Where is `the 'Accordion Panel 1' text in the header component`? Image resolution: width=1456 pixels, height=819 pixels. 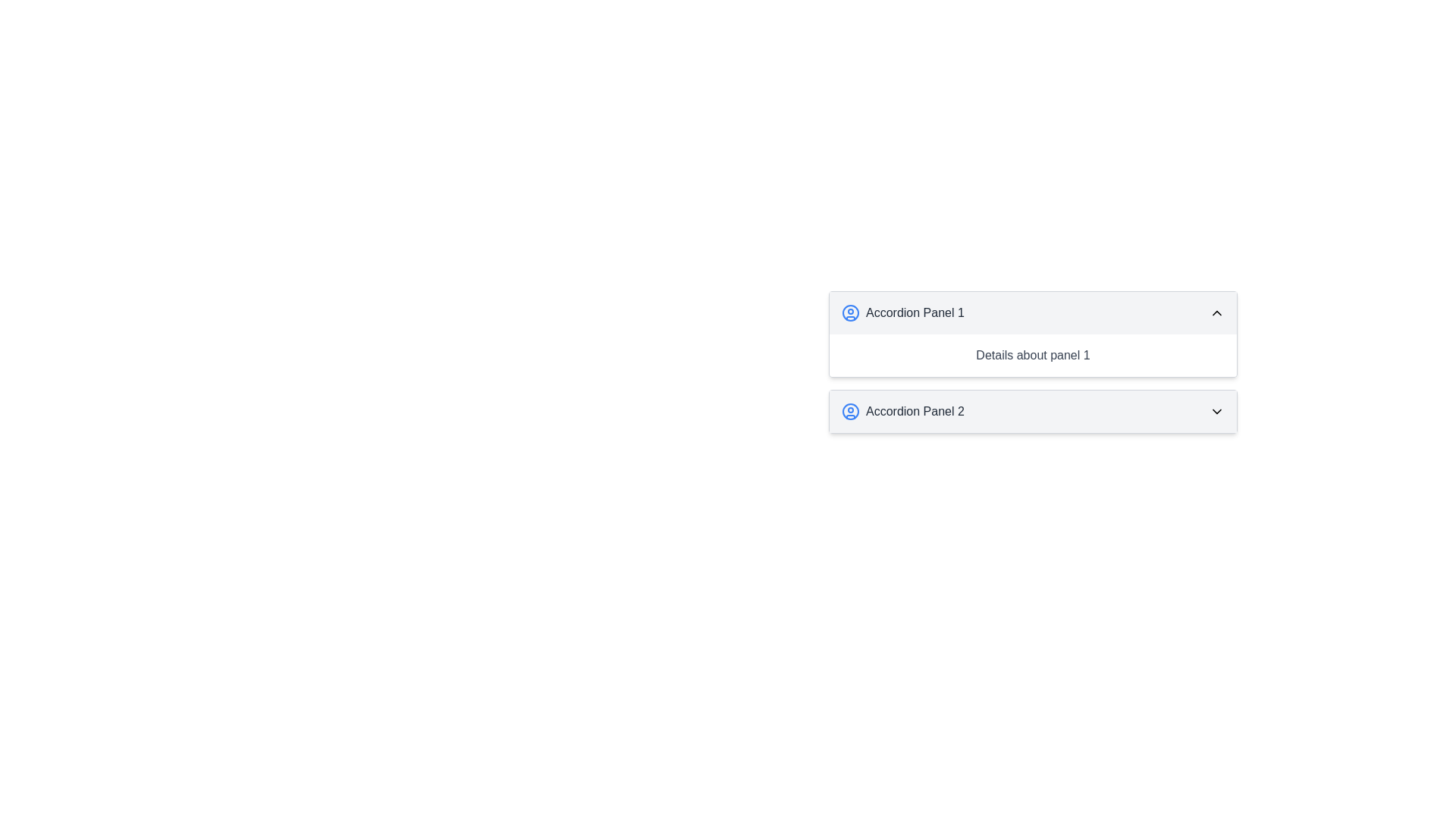 the 'Accordion Panel 1' text in the header component is located at coordinates (902, 312).